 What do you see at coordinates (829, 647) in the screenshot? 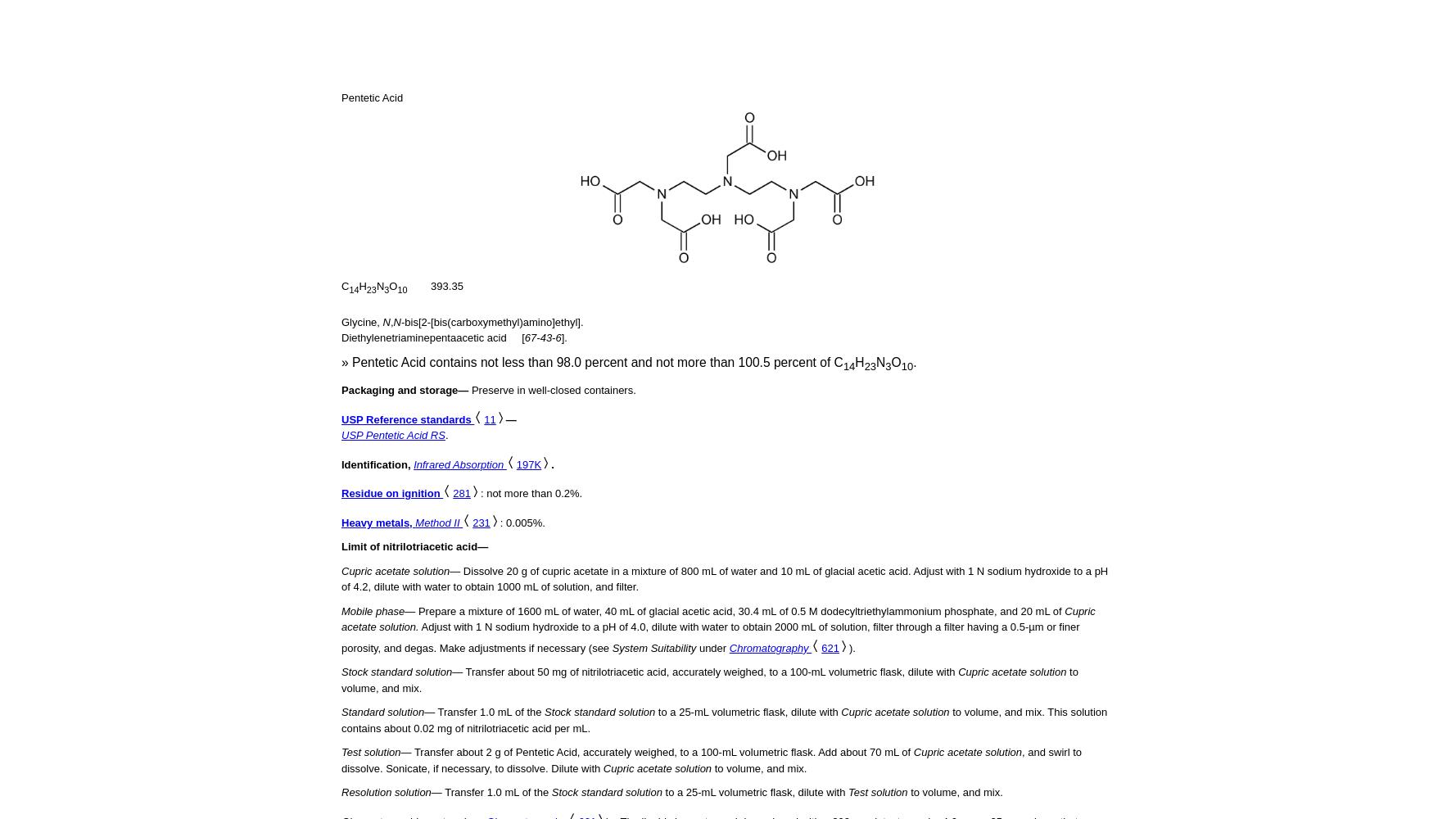
I see `'621'` at bounding box center [829, 647].